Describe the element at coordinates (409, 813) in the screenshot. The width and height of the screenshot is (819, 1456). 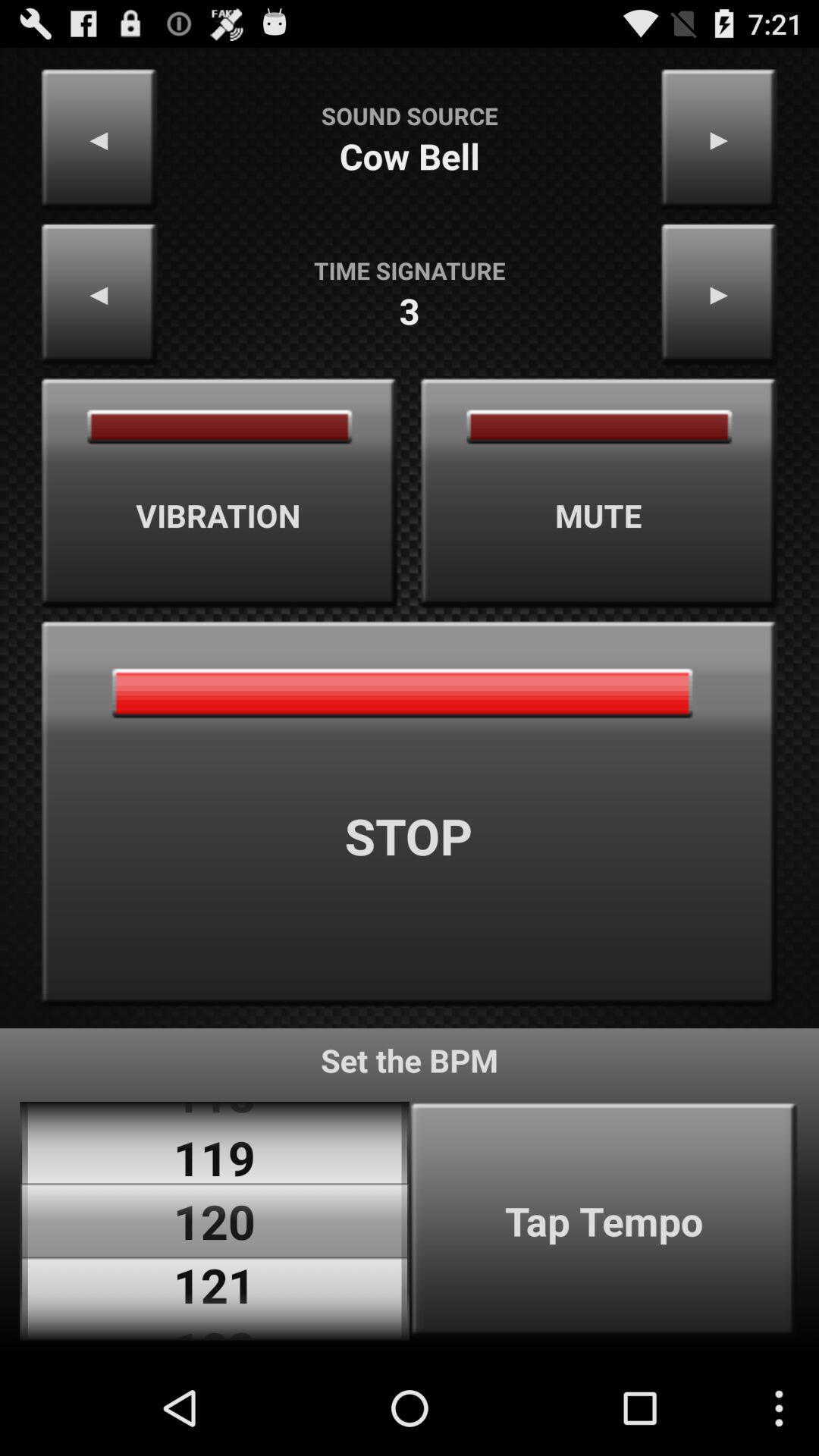
I see `icon at the center` at that location.